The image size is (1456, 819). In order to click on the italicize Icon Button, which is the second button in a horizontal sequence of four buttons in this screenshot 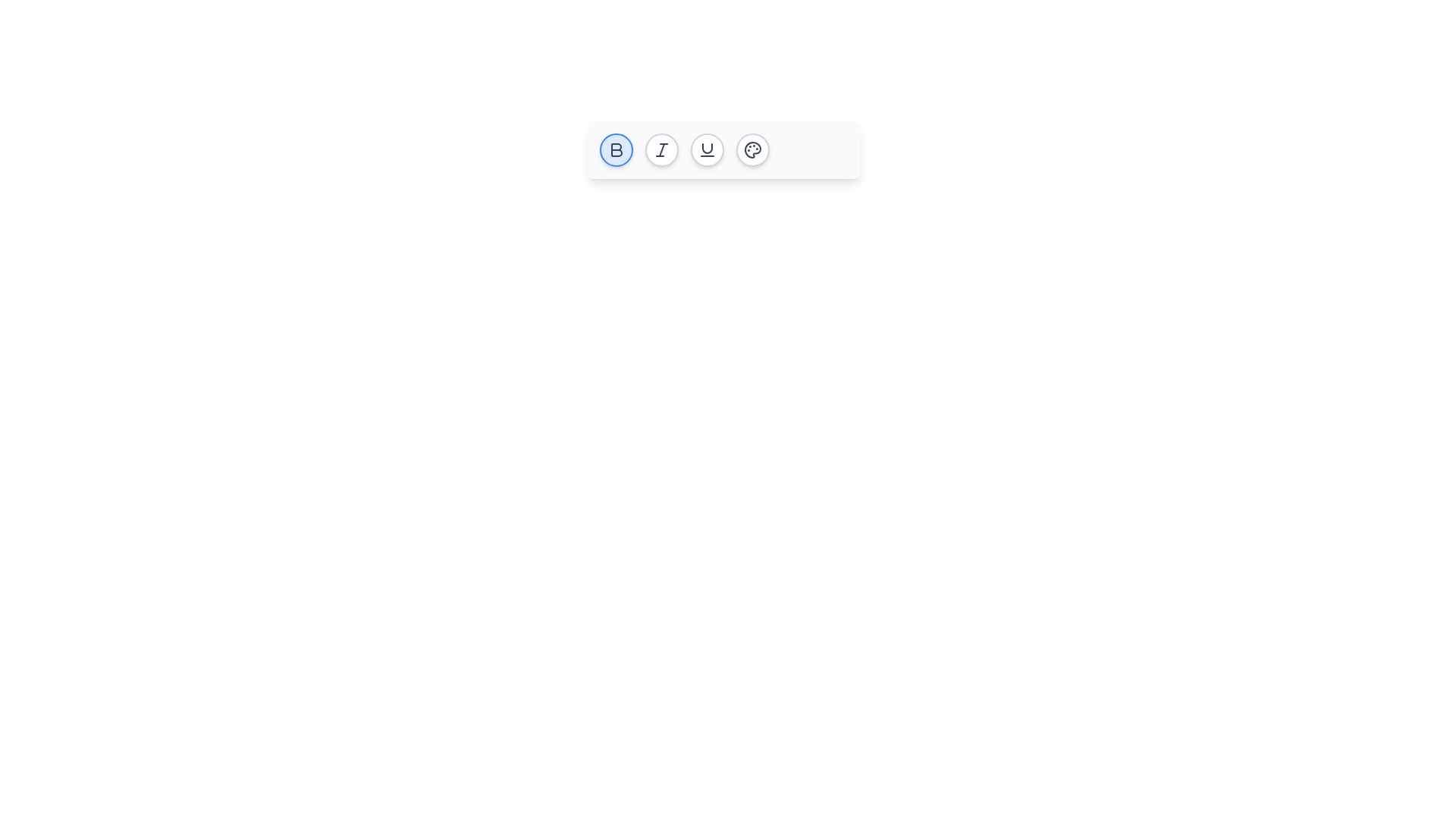, I will do `click(662, 149)`.